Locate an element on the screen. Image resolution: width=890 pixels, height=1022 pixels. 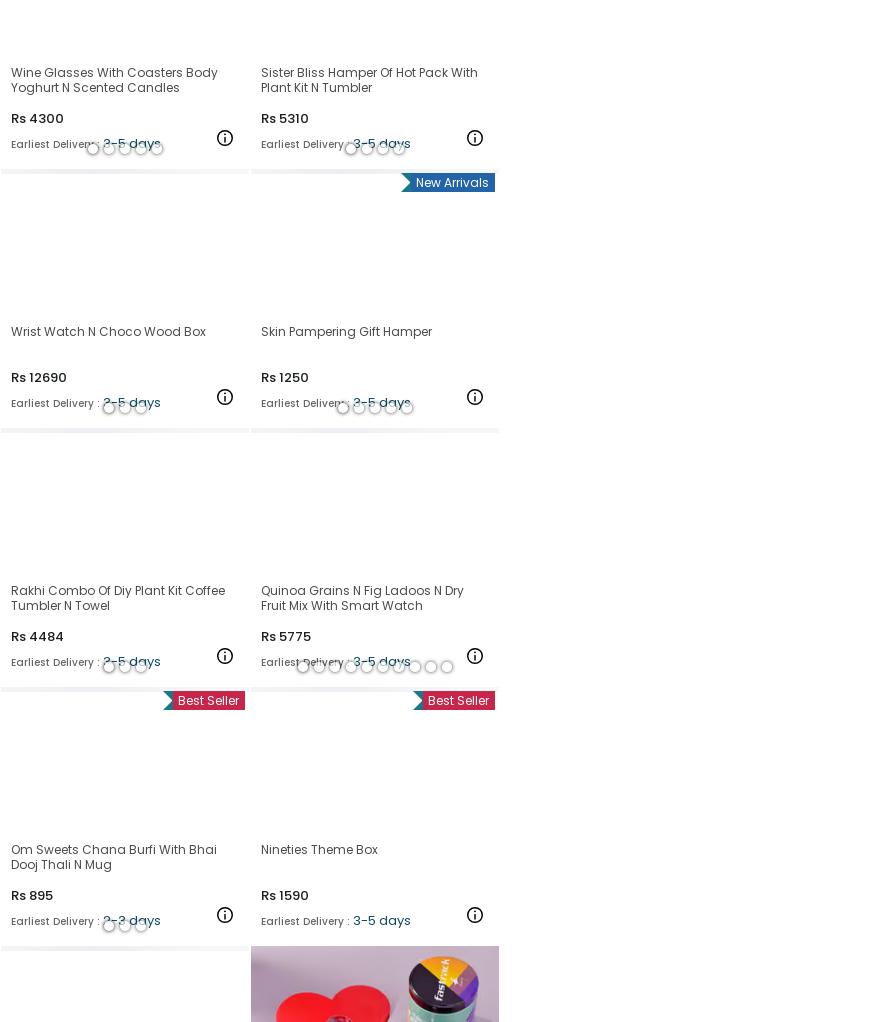
'2-3 days' is located at coordinates (130, 919).